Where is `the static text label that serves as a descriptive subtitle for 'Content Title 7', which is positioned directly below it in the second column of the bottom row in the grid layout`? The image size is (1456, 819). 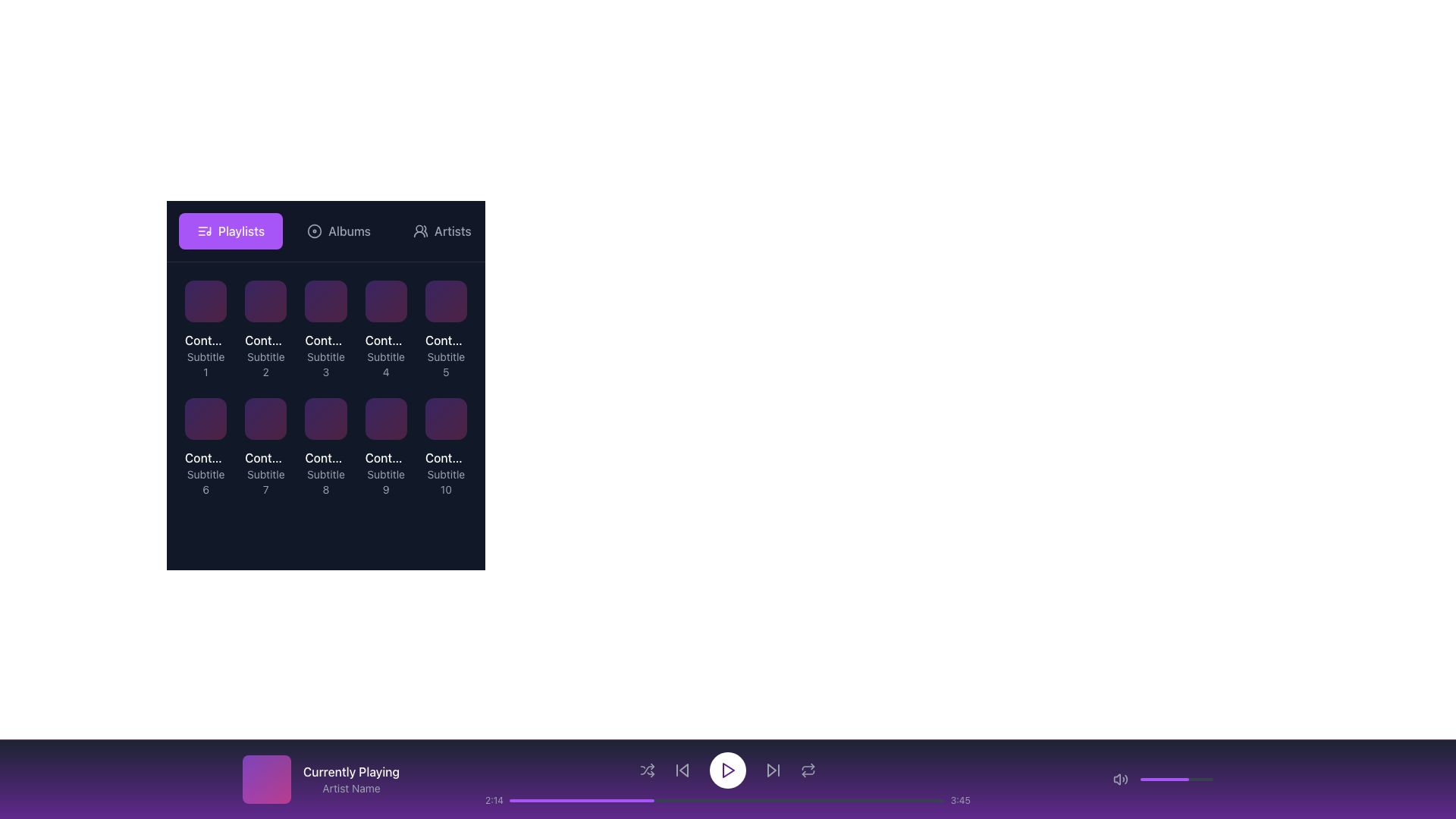
the static text label that serves as a descriptive subtitle for 'Content Title 7', which is positioned directly below it in the second column of the bottom row in the grid layout is located at coordinates (265, 482).